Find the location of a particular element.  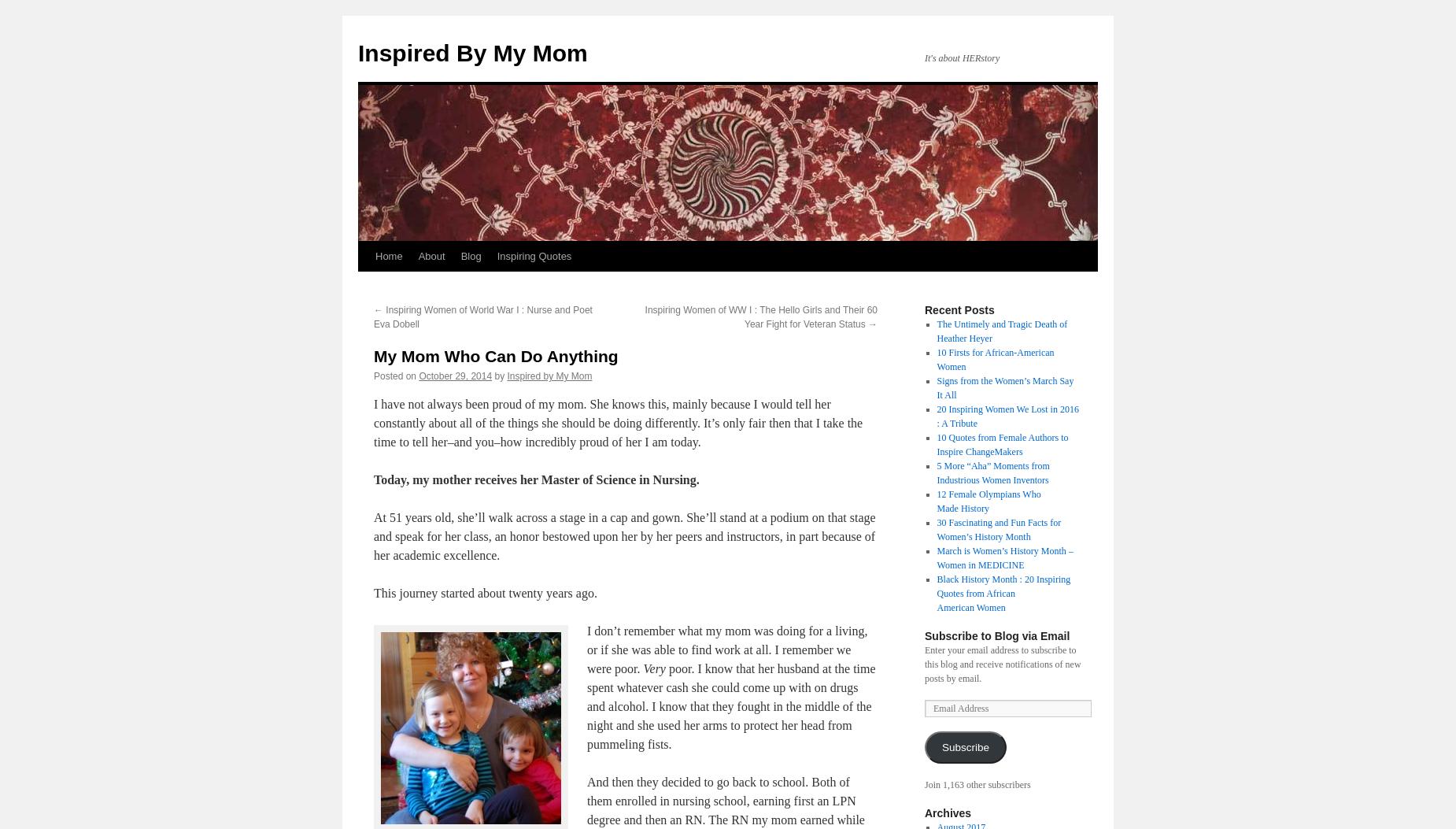

'poor. I know that her husband at the time spent whatever cash she could come up with on drugs and alcohol. I know that they fought in the middle of the night and she used her arms to protect her head from pummeling fists.' is located at coordinates (730, 706).